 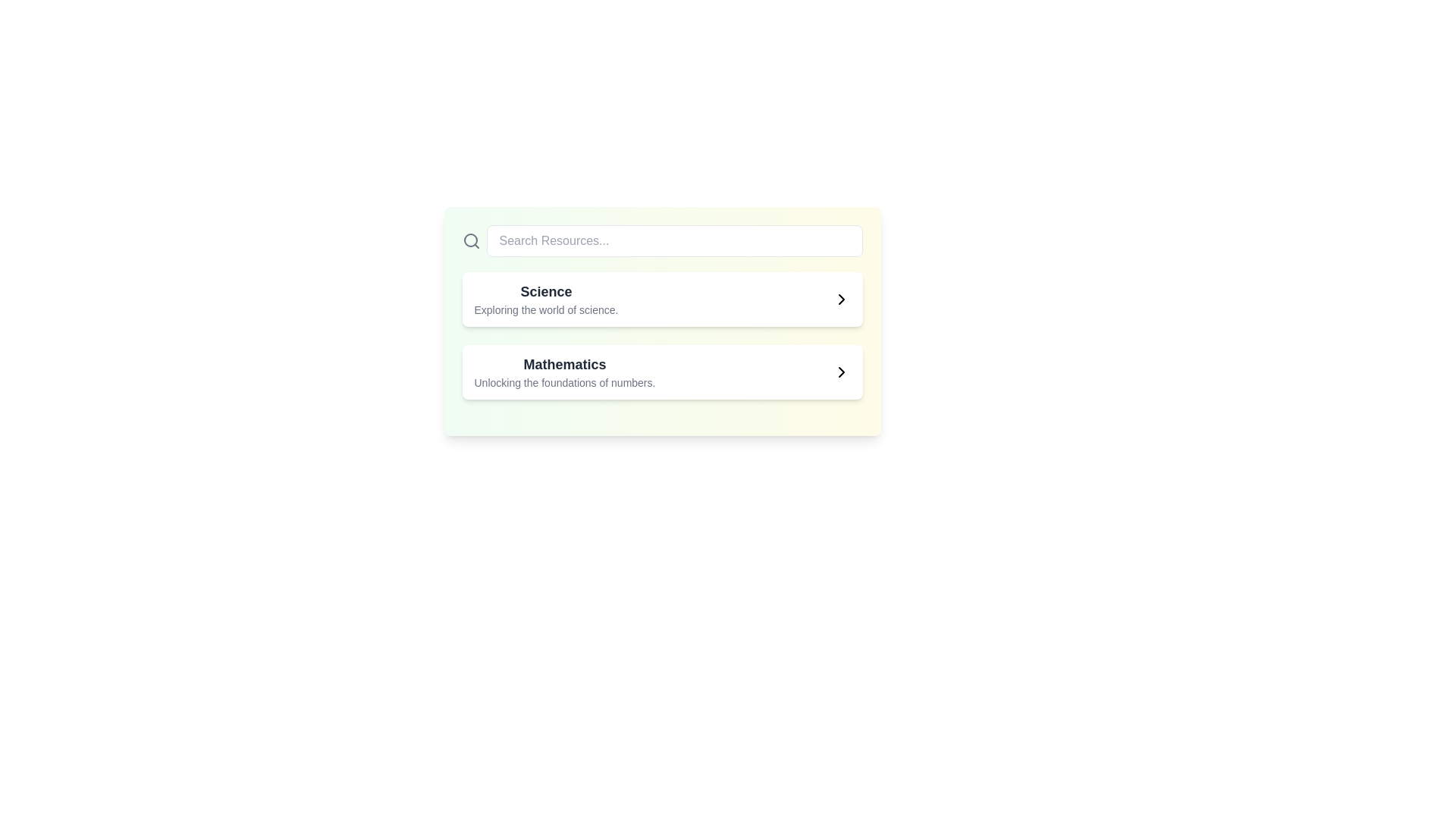 What do you see at coordinates (662, 299) in the screenshot?
I see `the 'Science' Clickable Card` at bounding box center [662, 299].